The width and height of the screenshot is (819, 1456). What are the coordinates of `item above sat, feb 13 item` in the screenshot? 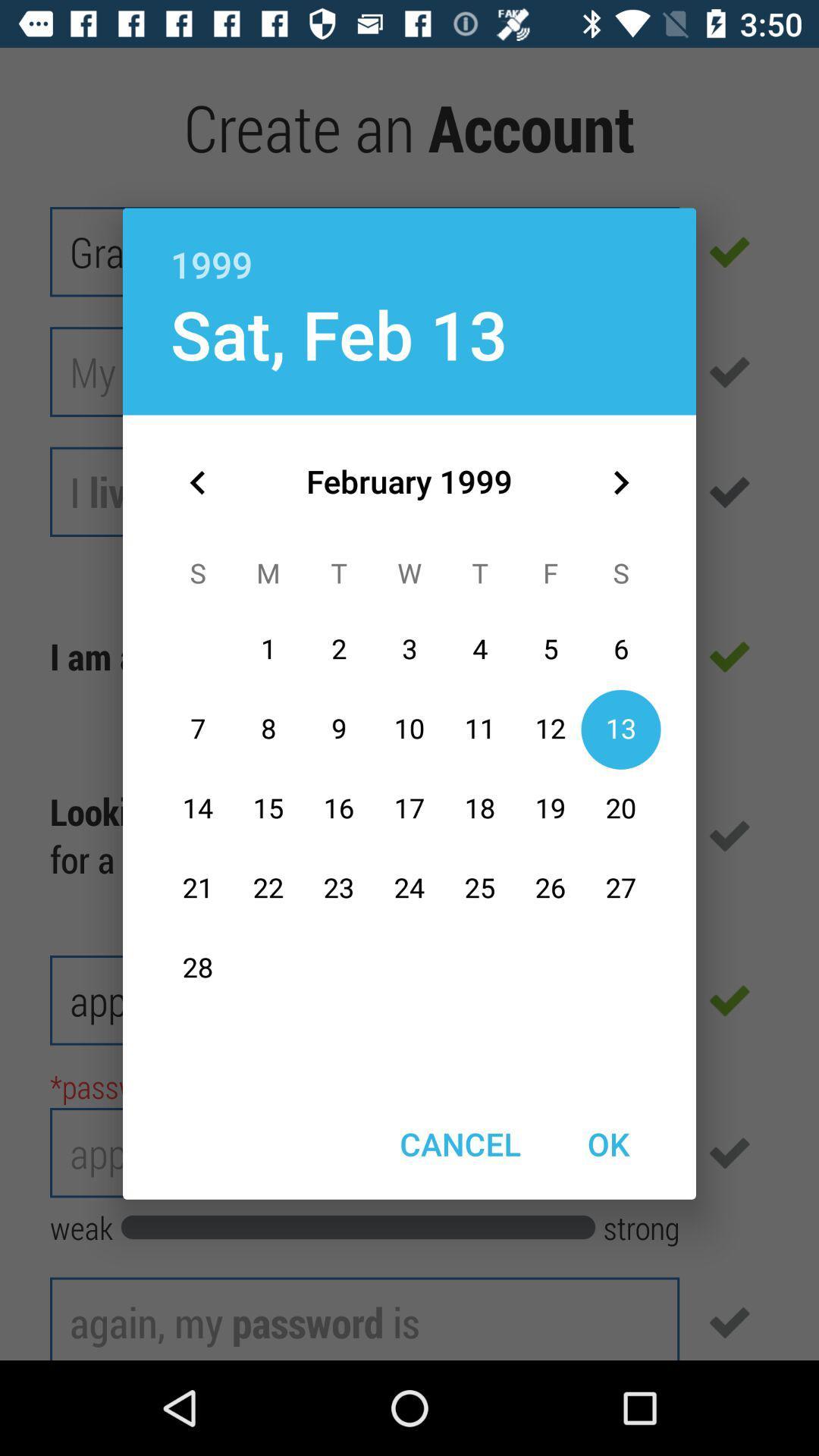 It's located at (409, 248).